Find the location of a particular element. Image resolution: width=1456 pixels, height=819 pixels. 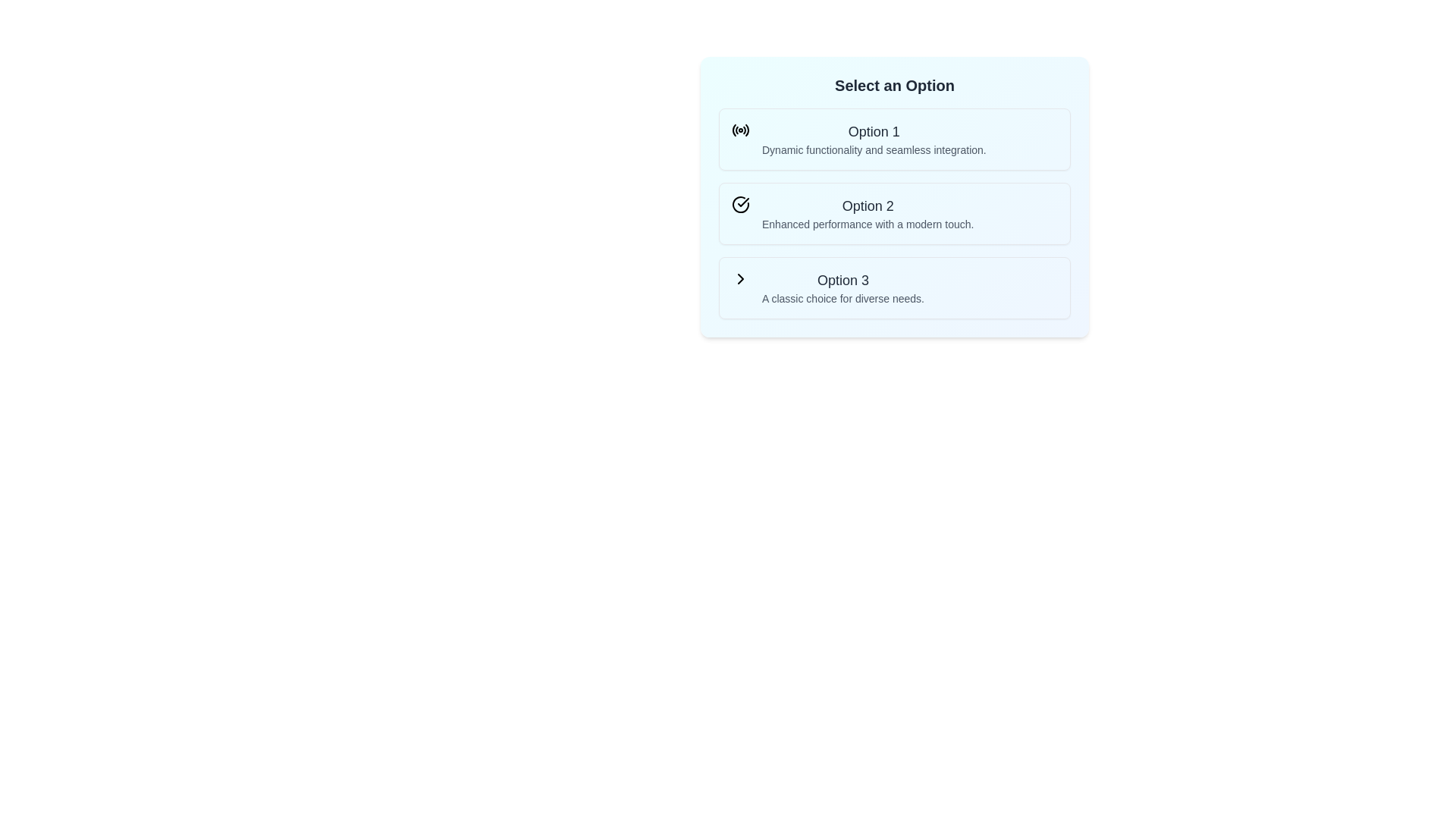

the small triangular right-pointing Arrow icon, which is located to the right of the third labeled entry 'Option 3' in a vertically-stacked group of options is located at coordinates (741, 278).